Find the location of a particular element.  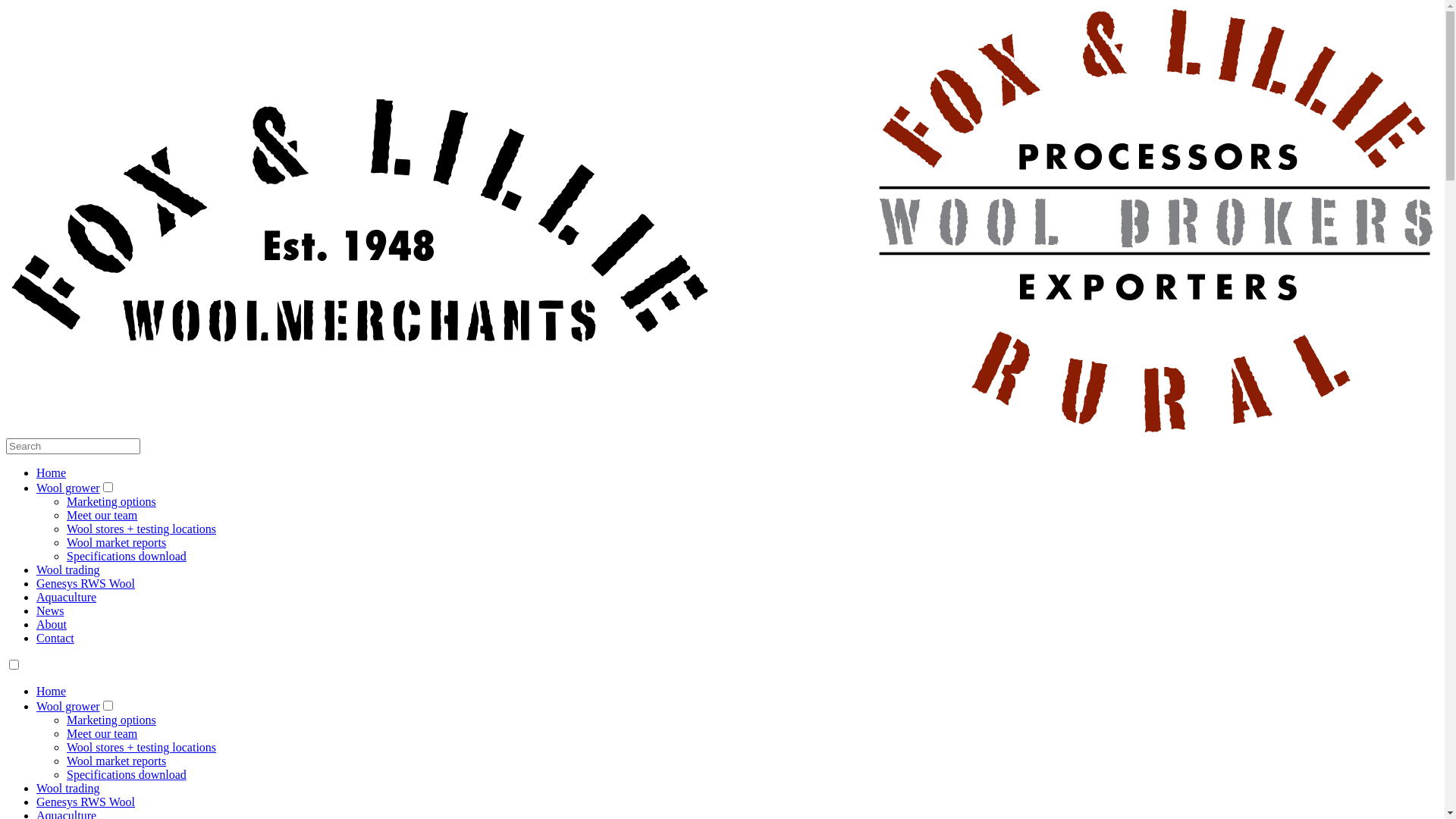

'News' is located at coordinates (50, 610).